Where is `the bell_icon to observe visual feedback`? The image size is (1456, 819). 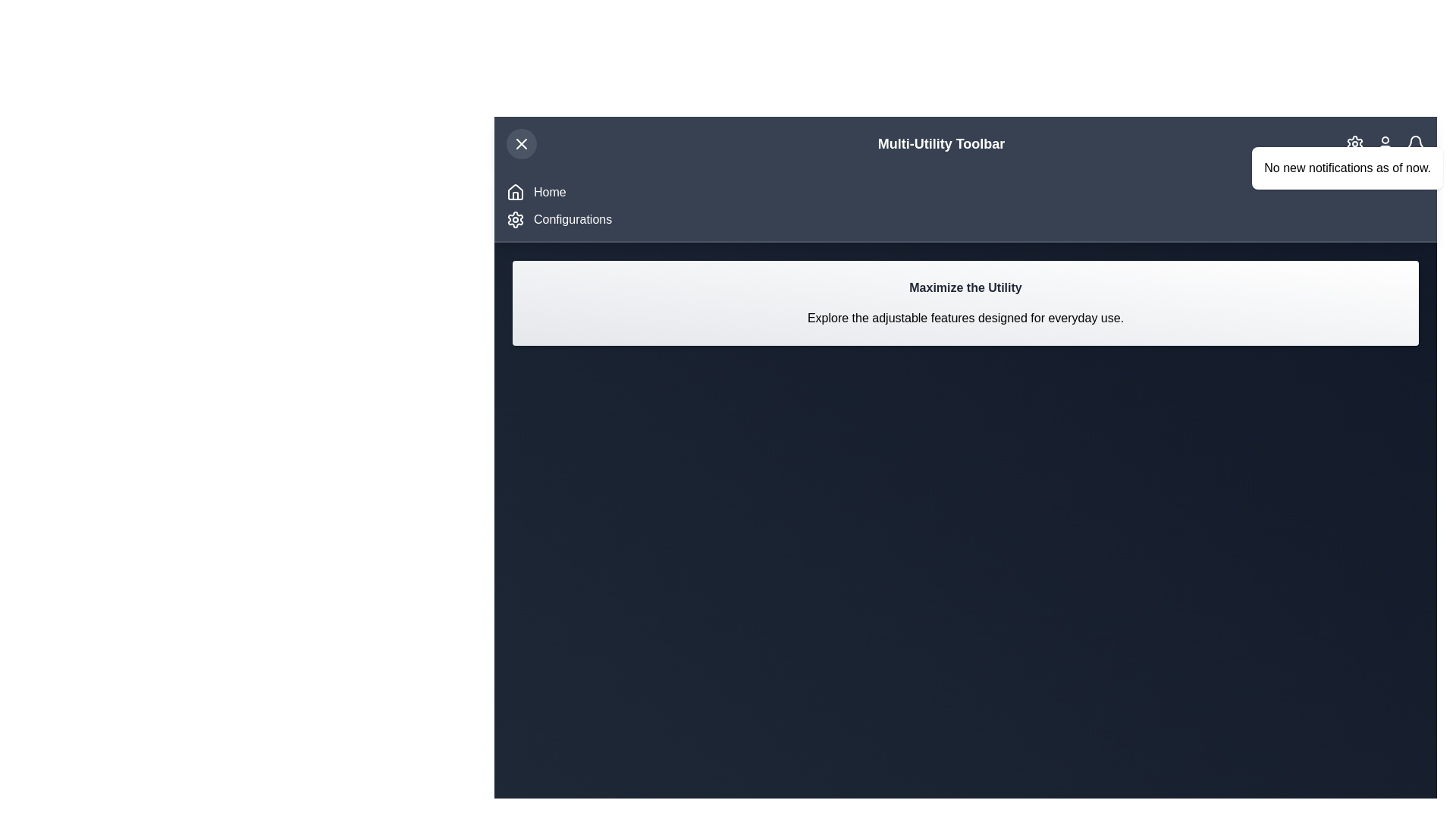
the bell_icon to observe visual feedback is located at coordinates (1415, 143).